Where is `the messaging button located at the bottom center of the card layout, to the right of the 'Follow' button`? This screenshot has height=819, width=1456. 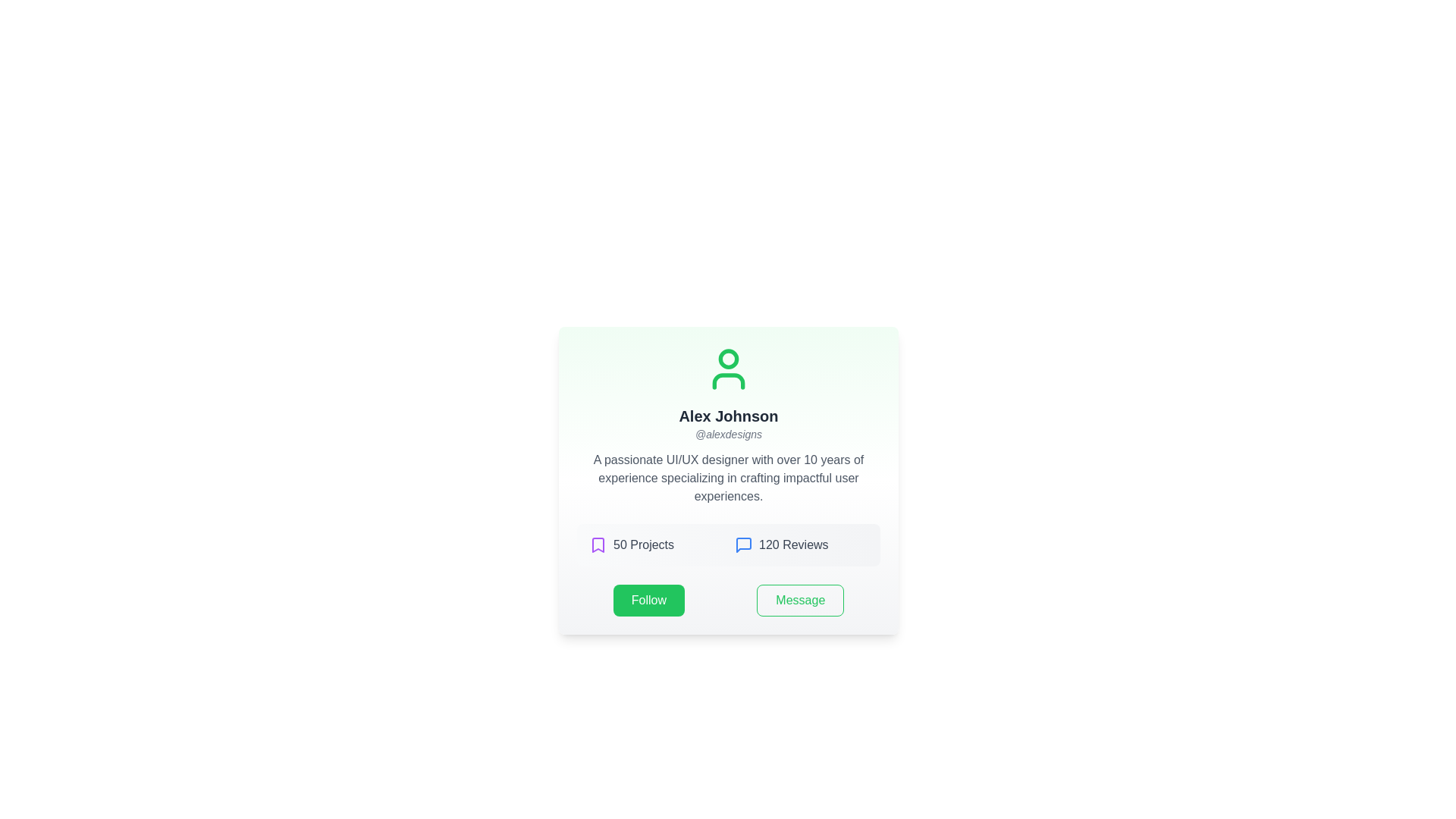
the messaging button located at the bottom center of the card layout, to the right of the 'Follow' button is located at coordinates (799, 599).